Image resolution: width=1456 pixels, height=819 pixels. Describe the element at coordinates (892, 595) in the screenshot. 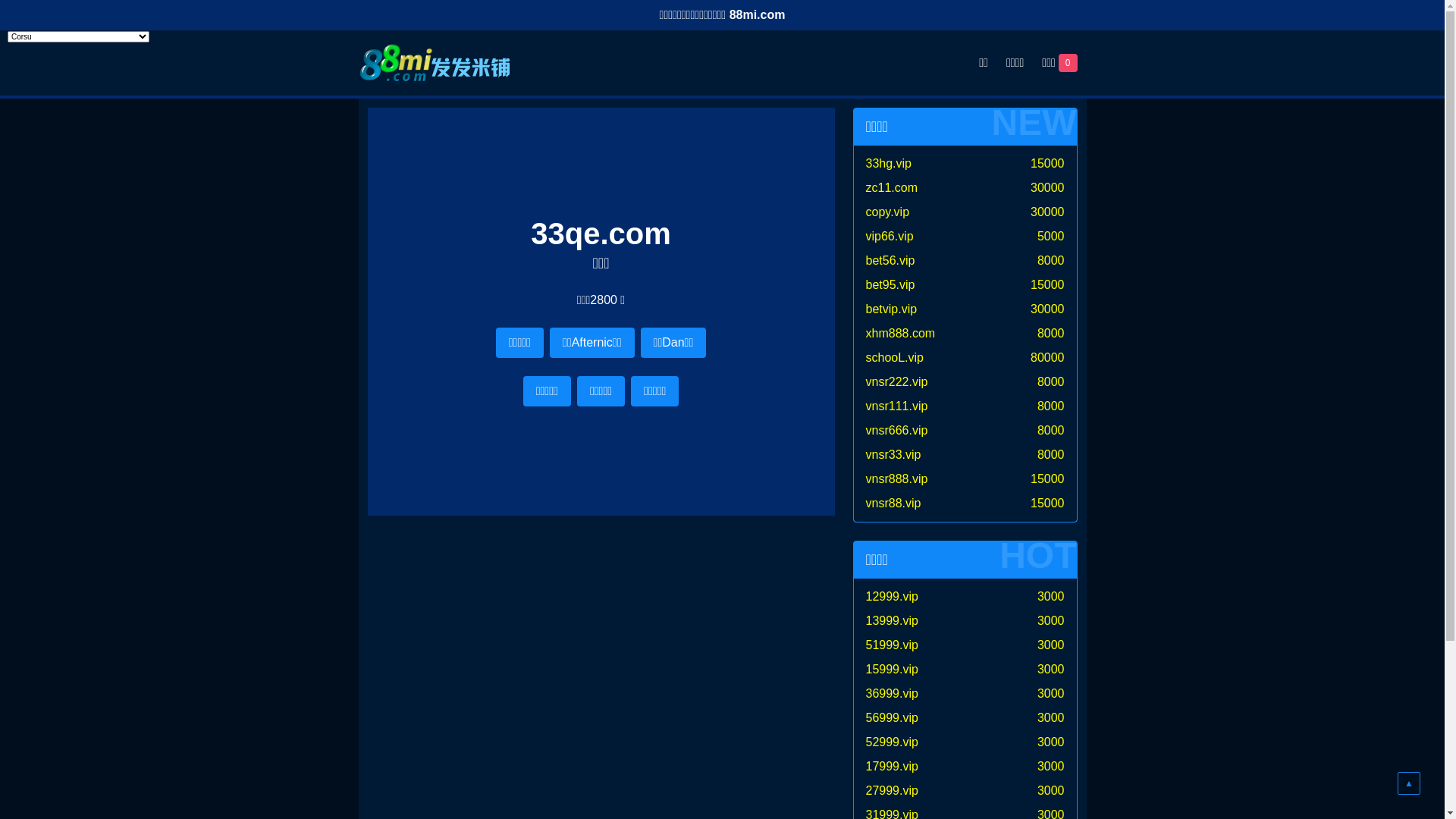

I see `'12999.vip'` at that location.